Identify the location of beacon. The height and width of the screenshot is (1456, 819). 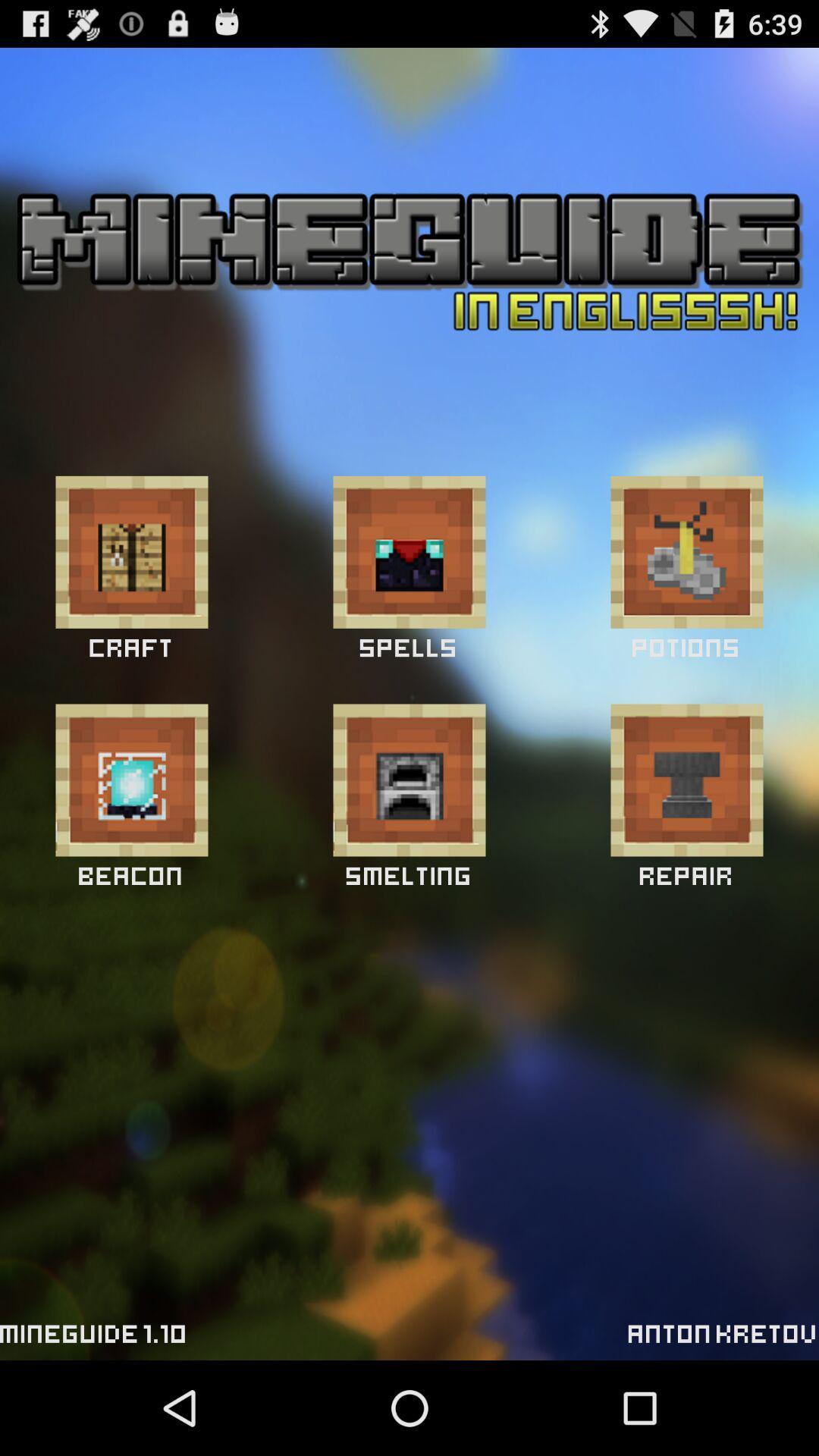
(130, 780).